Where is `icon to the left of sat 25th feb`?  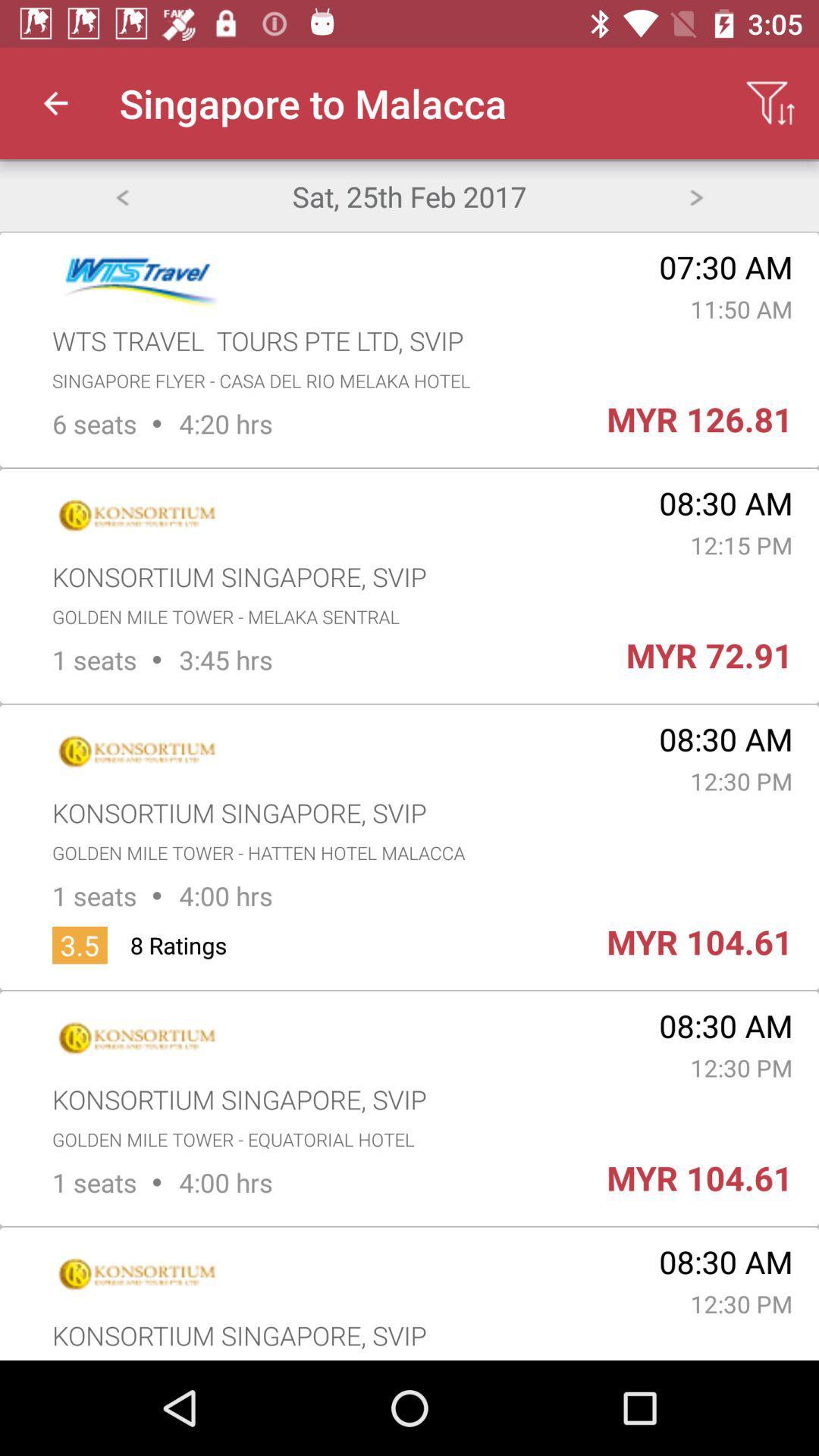
icon to the left of sat 25th feb is located at coordinates (121, 195).